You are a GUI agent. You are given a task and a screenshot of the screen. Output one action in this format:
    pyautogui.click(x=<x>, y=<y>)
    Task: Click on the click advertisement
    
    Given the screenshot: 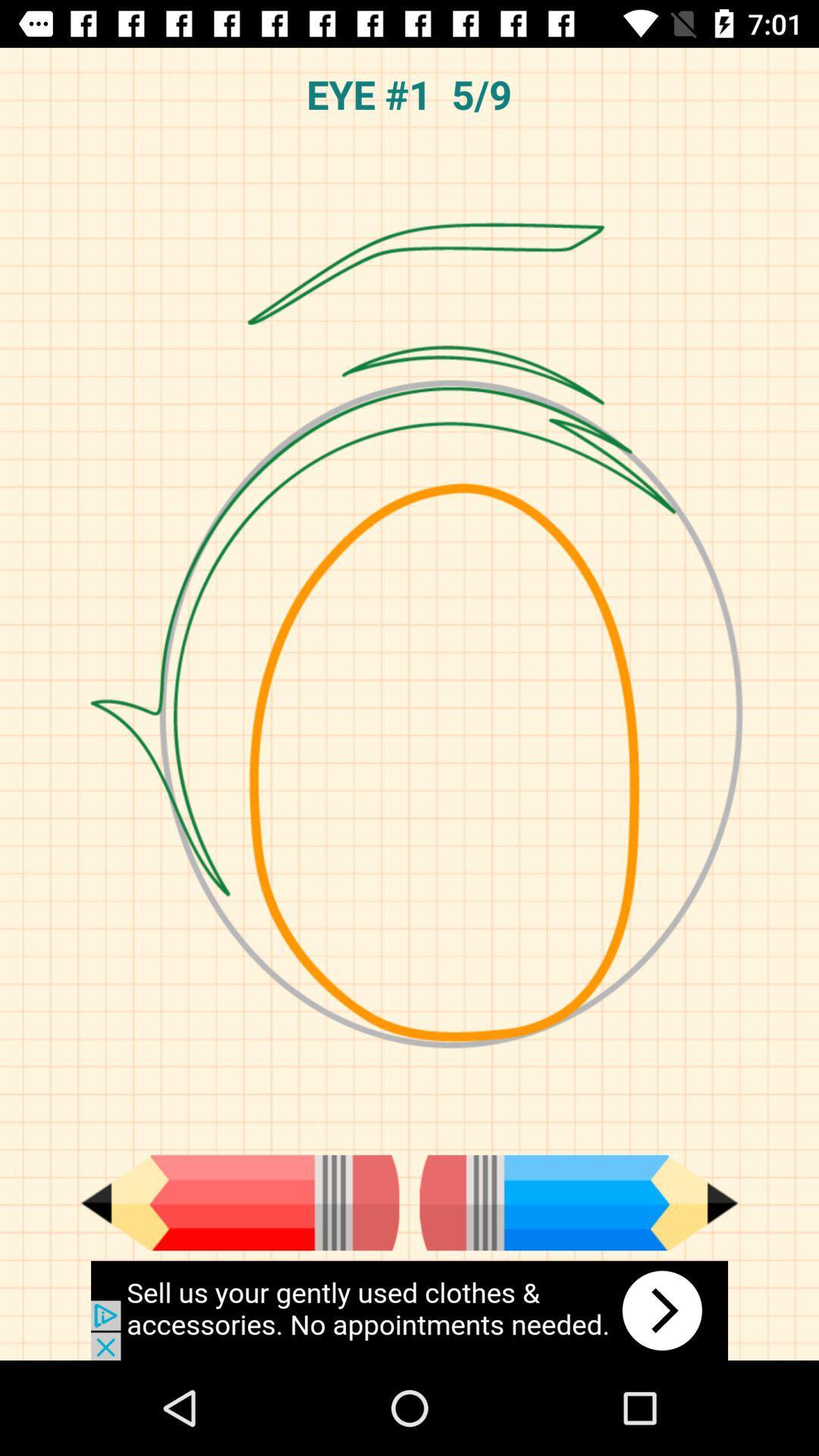 What is the action you would take?
    pyautogui.click(x=409, y=1310)
    